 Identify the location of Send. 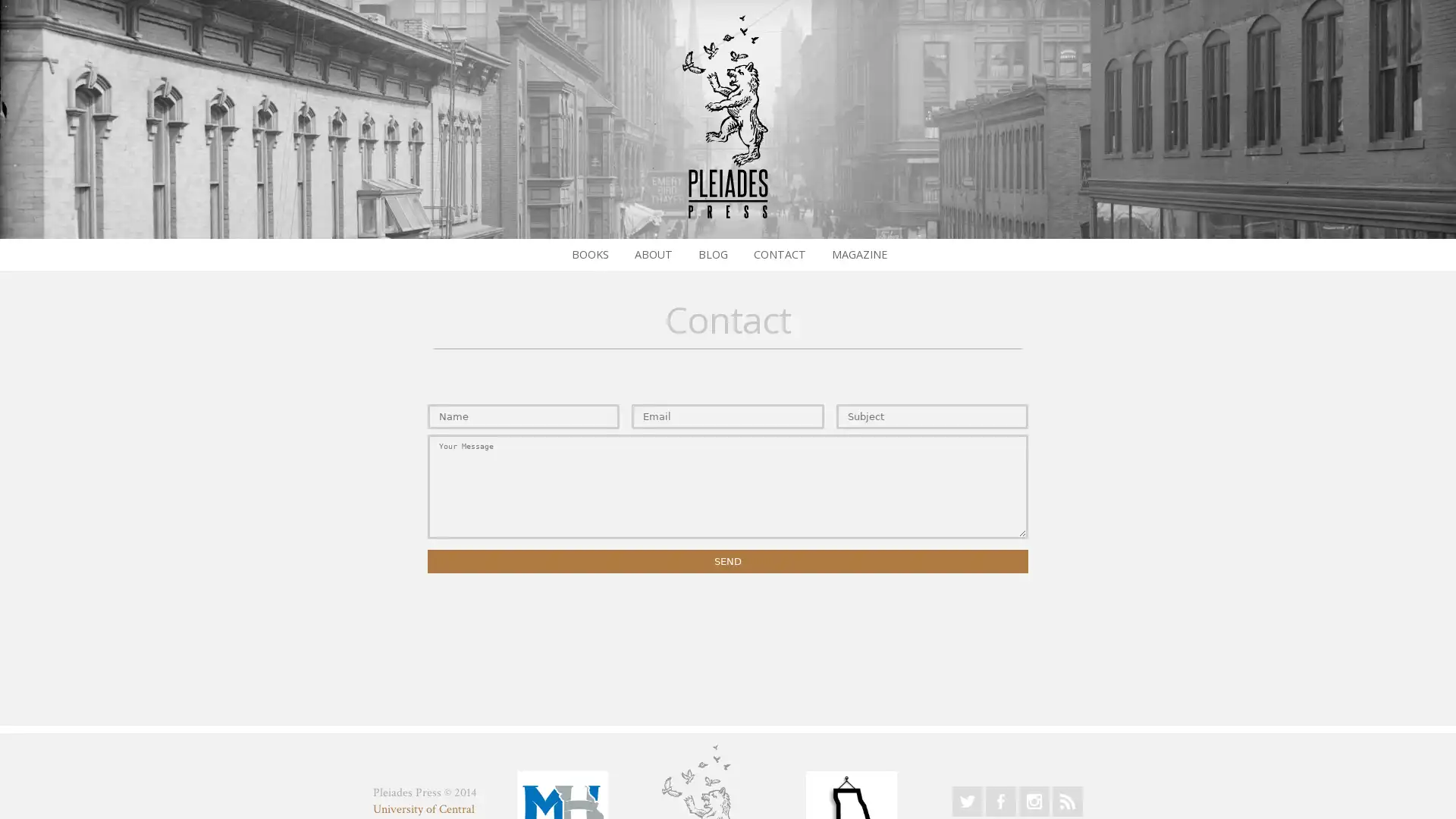
(728, 561).